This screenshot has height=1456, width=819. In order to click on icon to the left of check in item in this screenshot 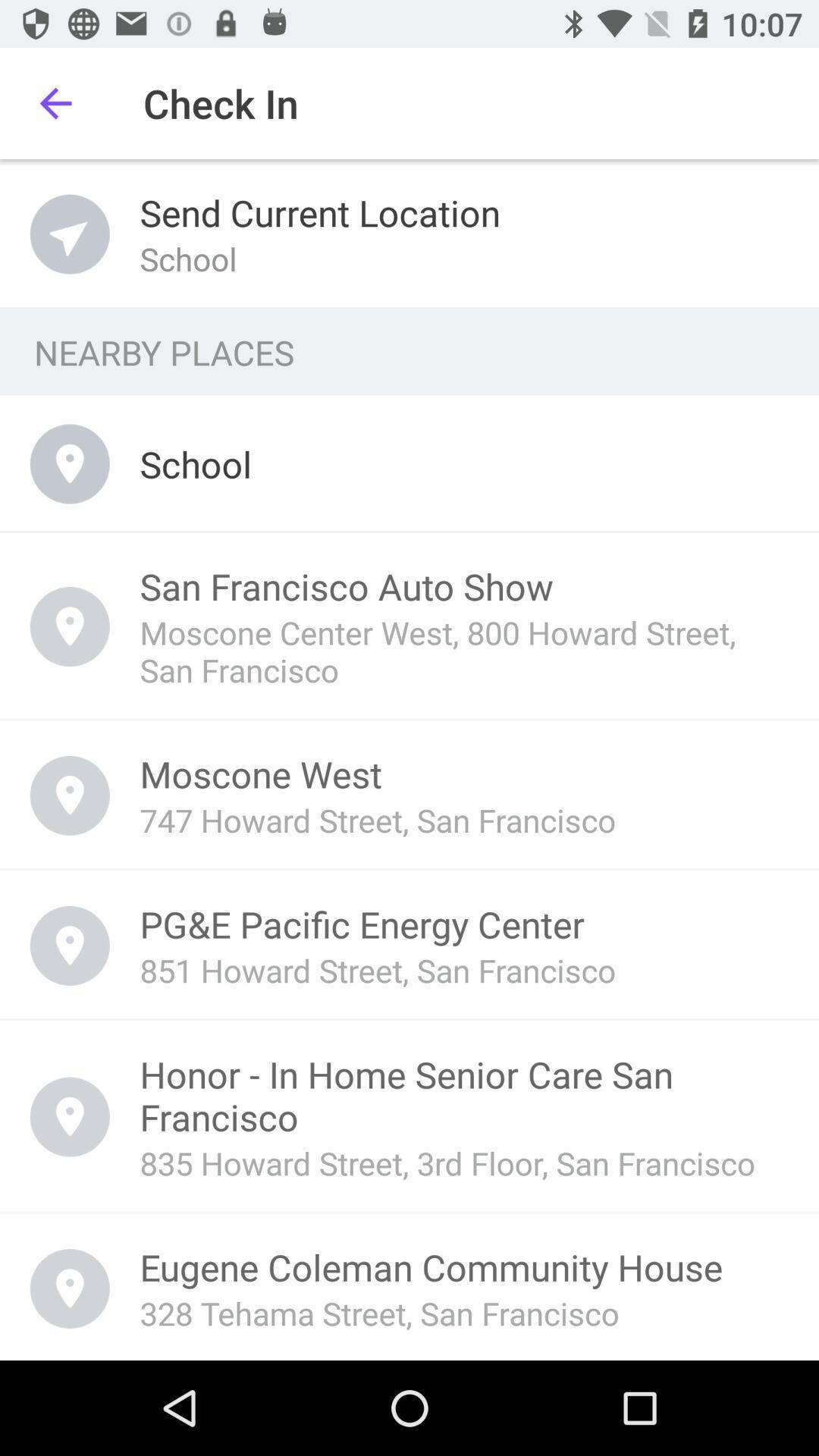, I will do `click(55, 102)`.